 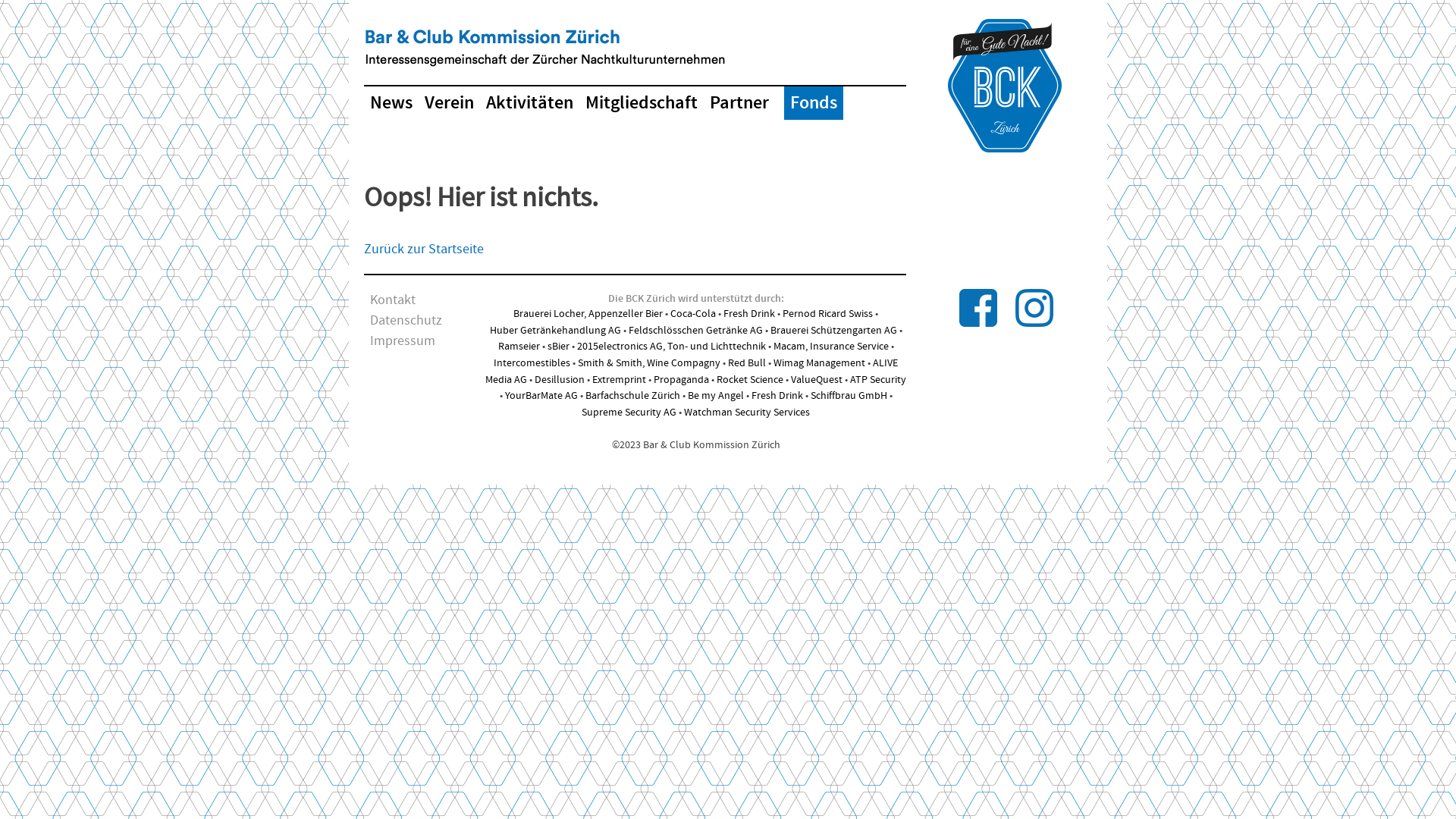 What do you see at coordinates (557, 346) in the screenshot?
I see `'sBier'` at bounding box center [557, 346].